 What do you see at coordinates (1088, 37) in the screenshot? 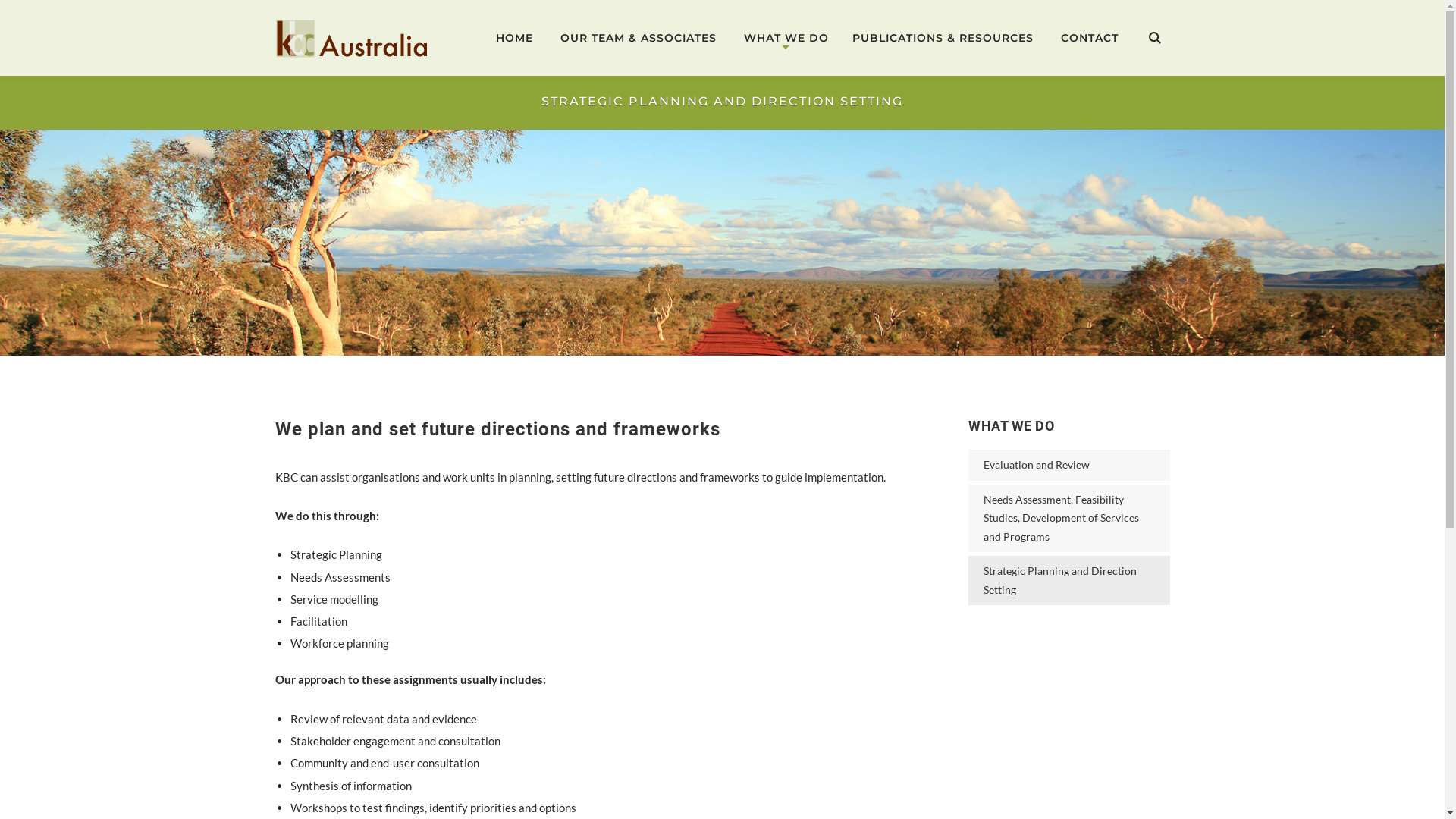
I see `'CONTACT'` at bounding box center [1088, 37].